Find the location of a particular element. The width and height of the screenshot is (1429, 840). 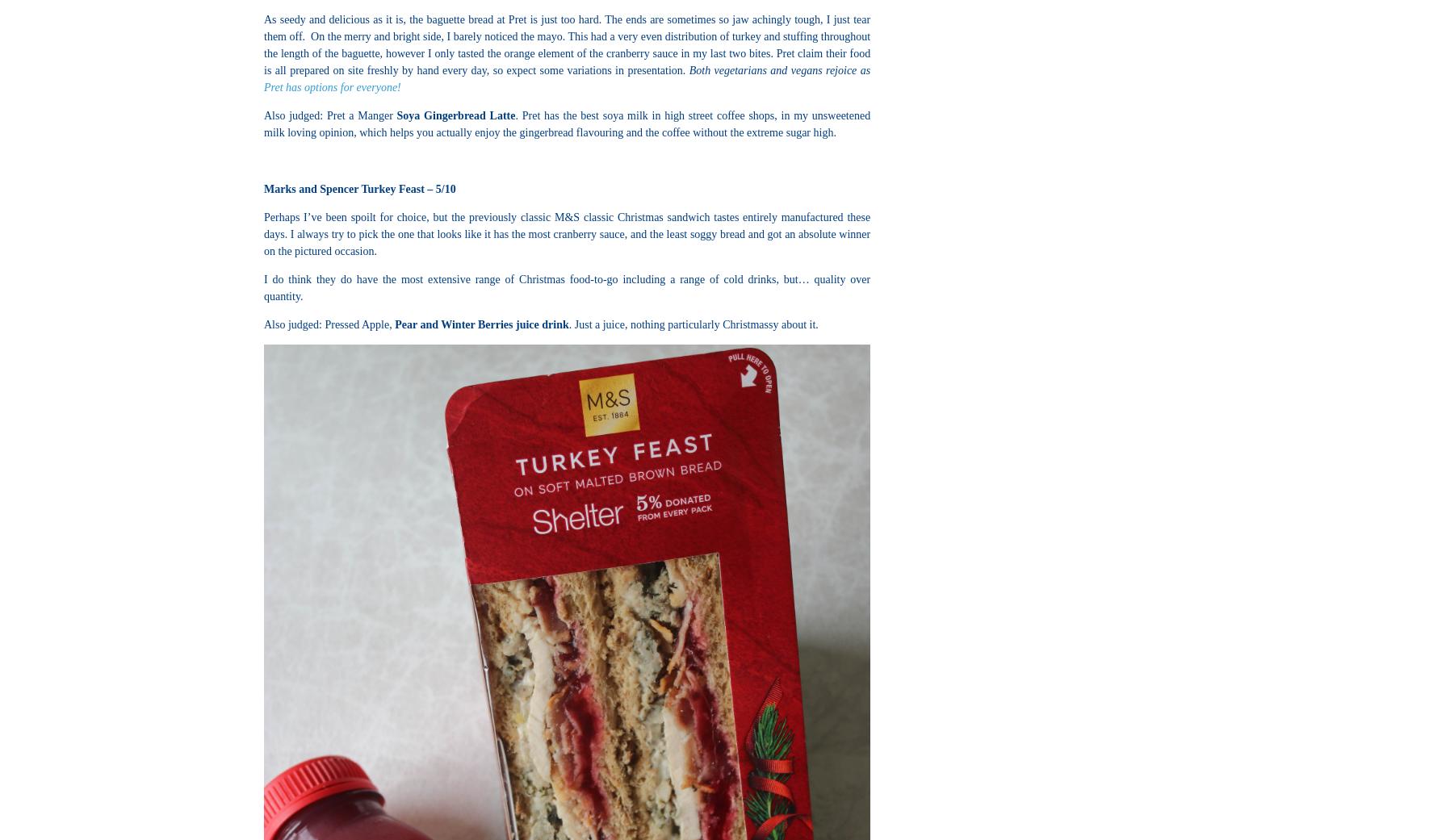

'Also judged: Pret a Manger' is located at coordinates (329, 115).